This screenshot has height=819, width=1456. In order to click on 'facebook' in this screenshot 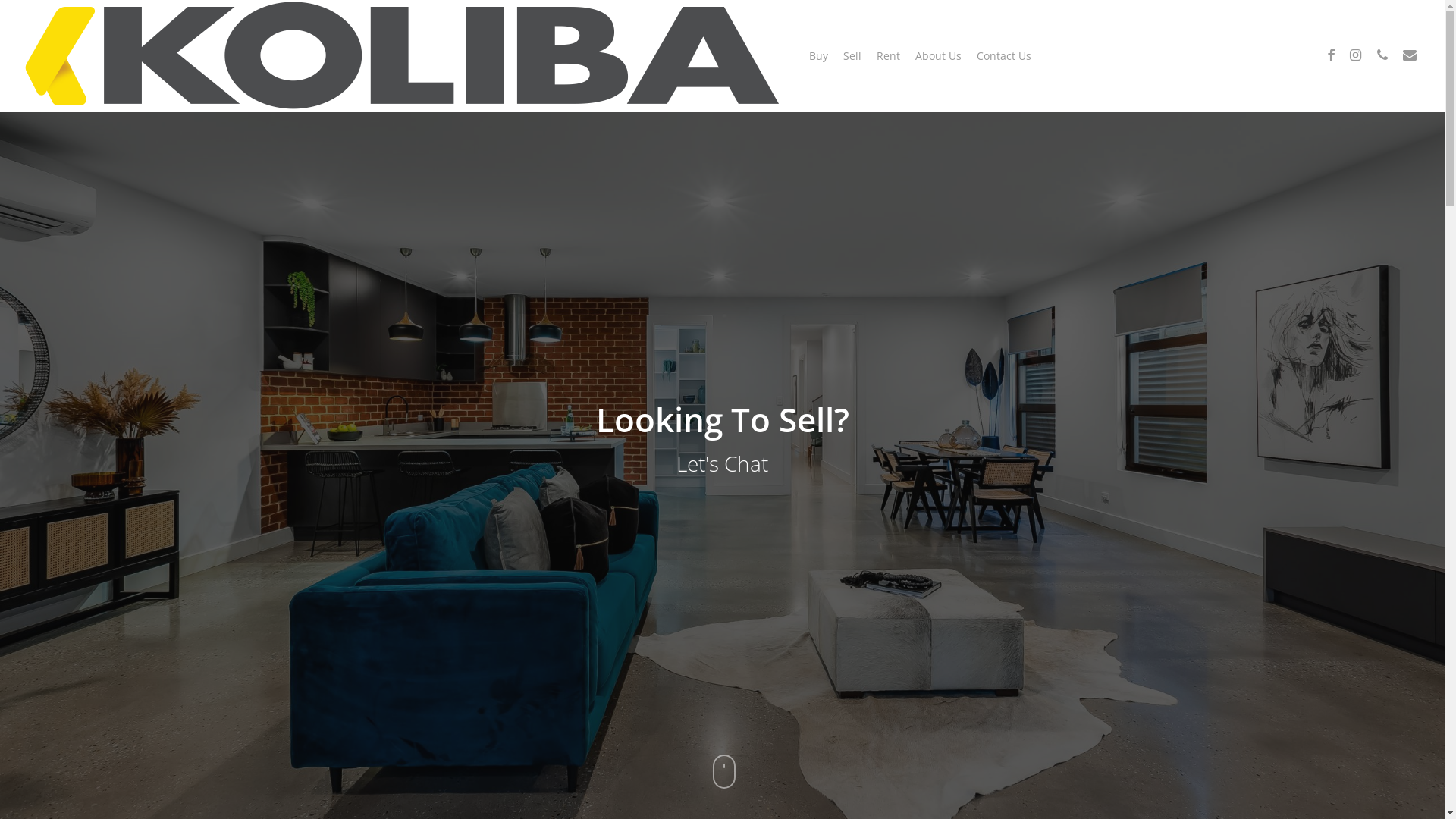, I will do `click(1319, 55)`.